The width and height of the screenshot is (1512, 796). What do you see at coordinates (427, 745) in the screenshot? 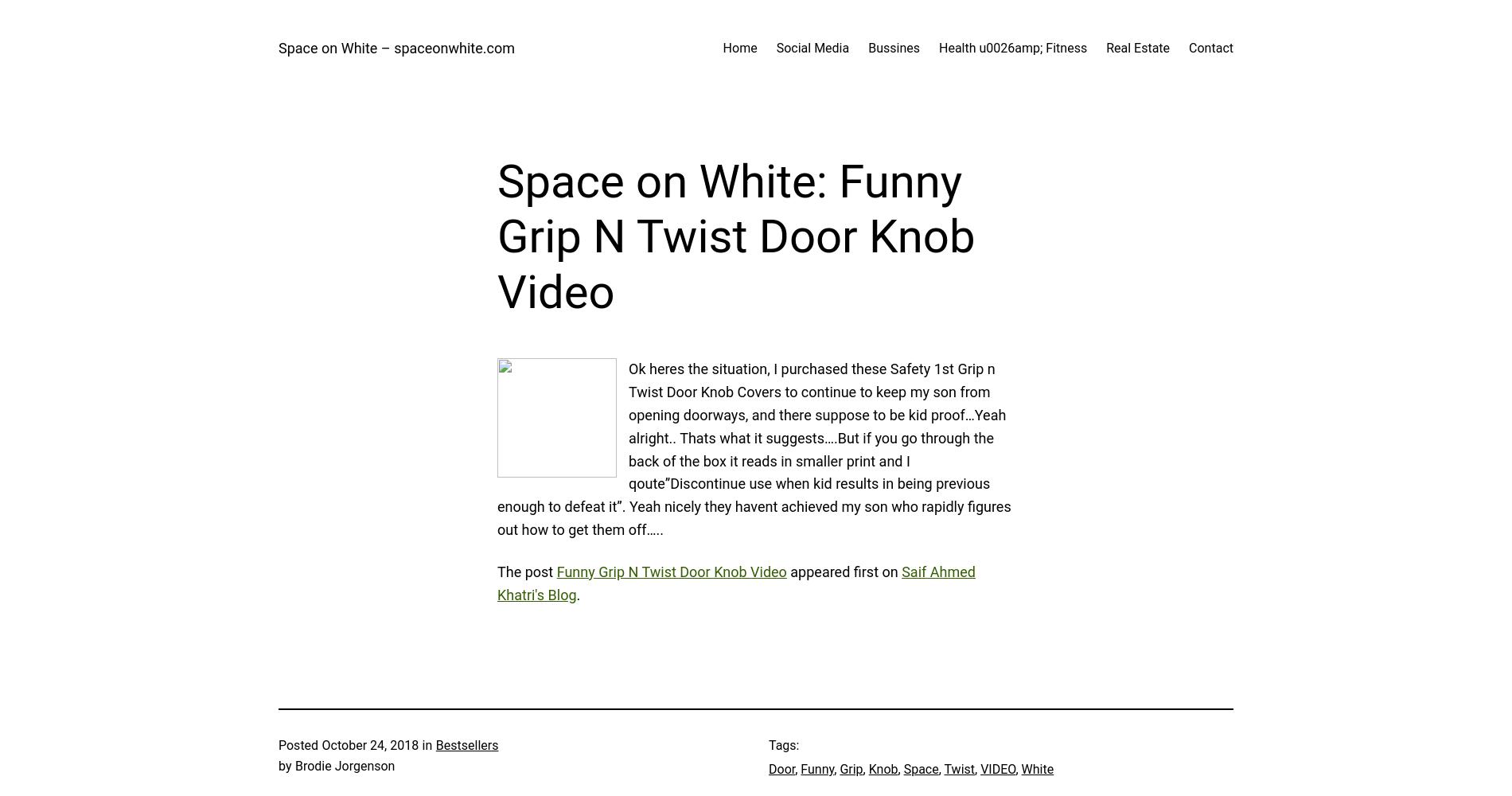
I see `'in'` at bounding box center [427, 745].